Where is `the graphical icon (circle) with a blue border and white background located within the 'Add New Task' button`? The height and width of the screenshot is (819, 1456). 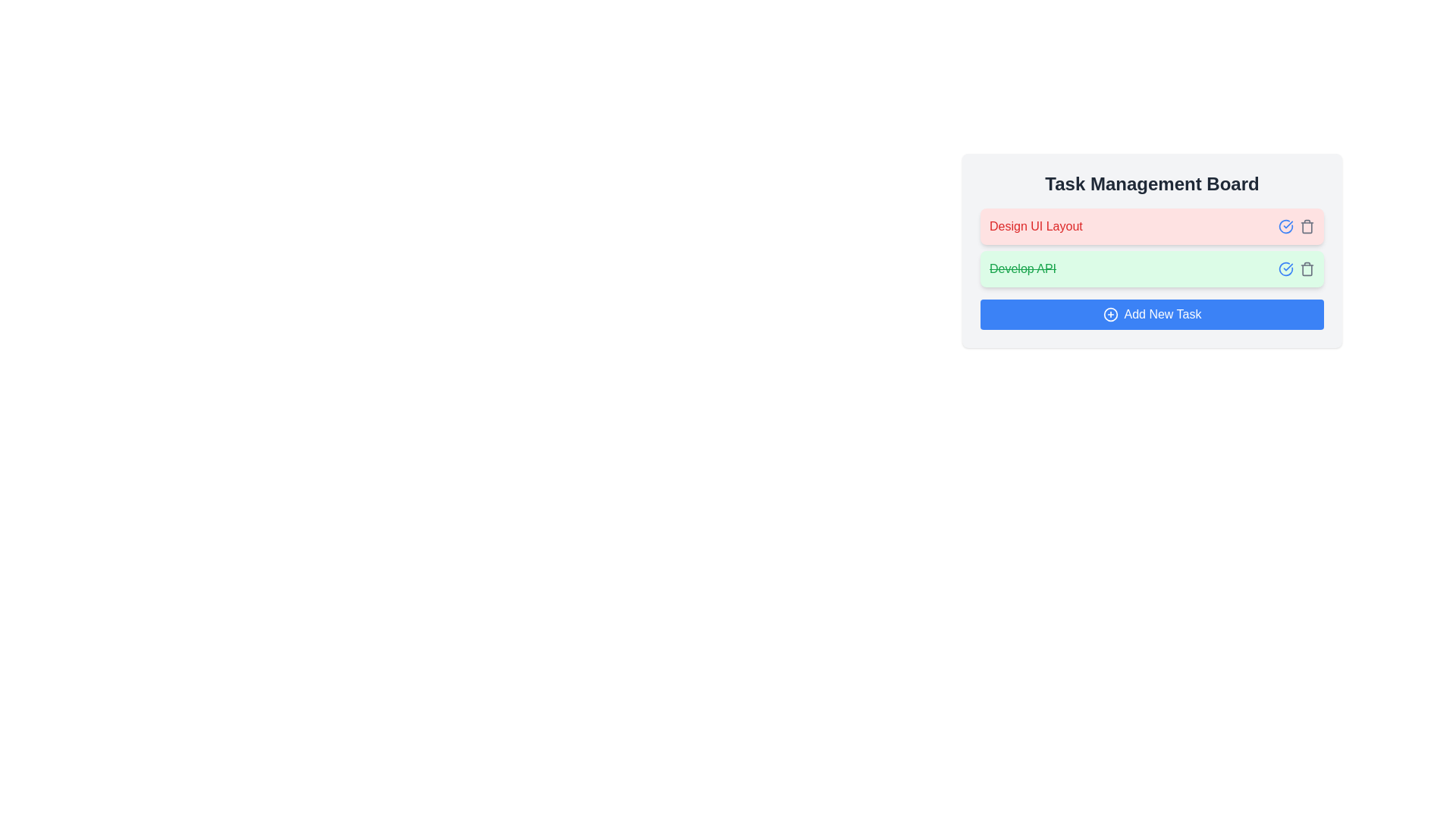 the graphical icon (circle) with a blue border and white background located within the 'Add New Task' button is located at coordinates (1110, 314).